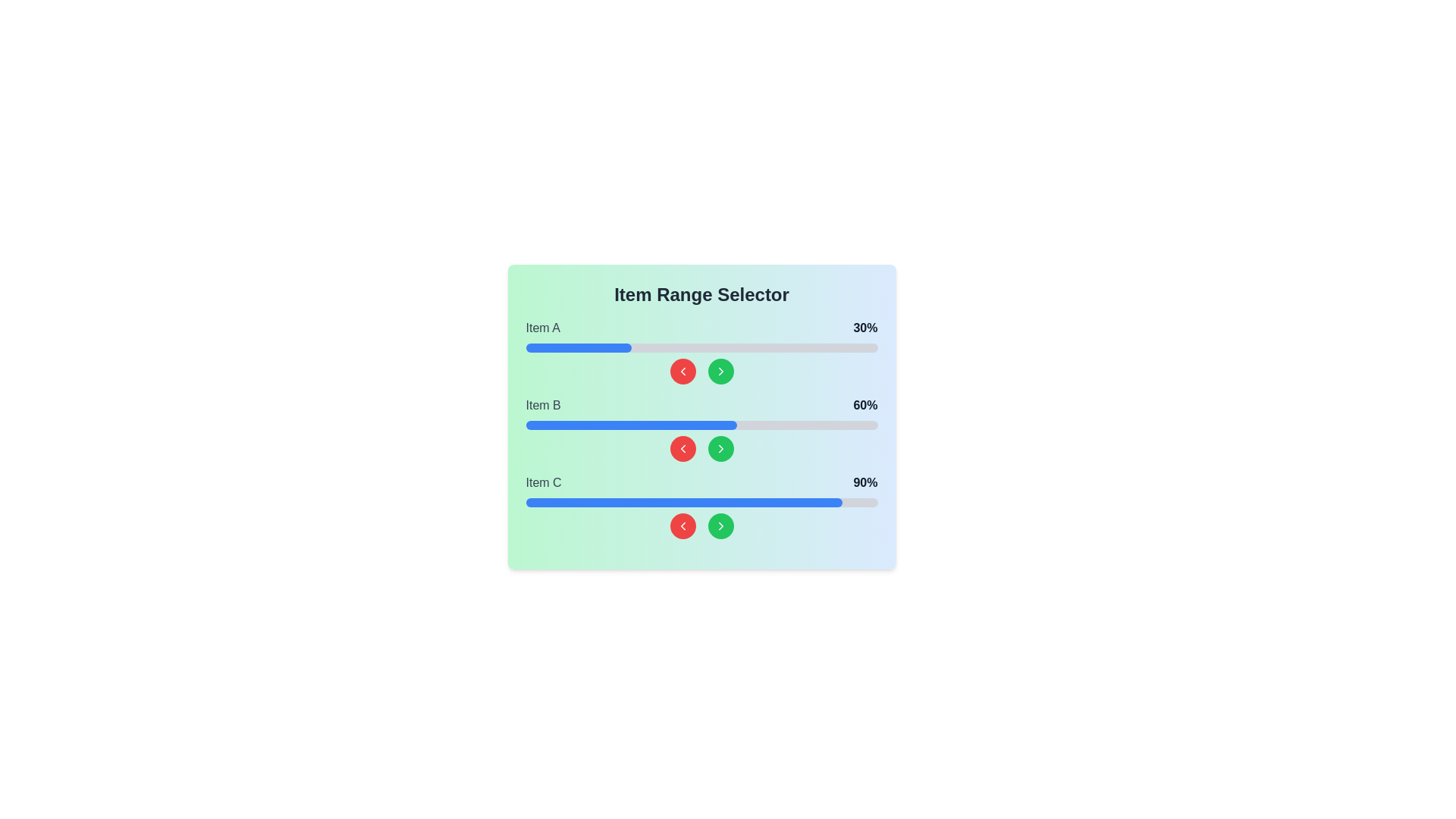 The height and width of the screenshot is (819, 1456). What do you see at coordinates (701, 526) in the screenshot?
I see `the green button on the button group located below the progress bar of 'Item C' to increase the value` at bounding box center [701, 526].